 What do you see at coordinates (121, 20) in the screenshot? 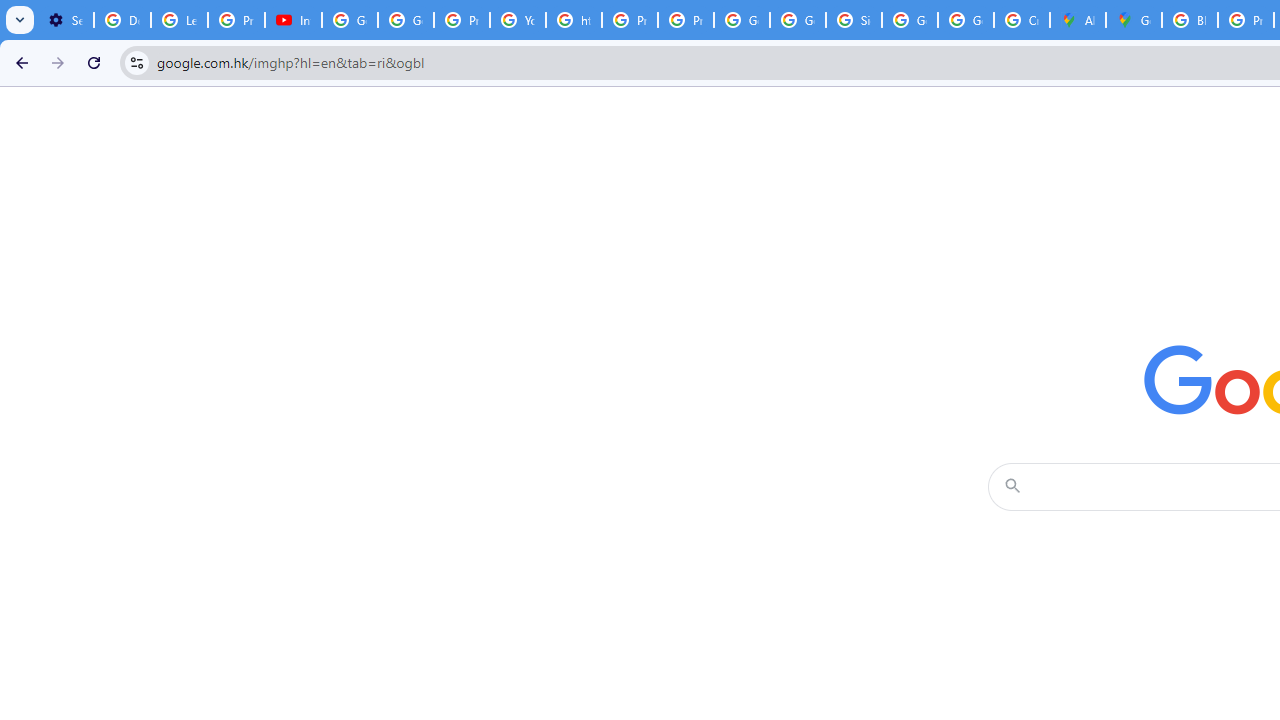
I see `'Delete photos & videos - Computer - Google Photos Help'` at bounding box center [121, 20].